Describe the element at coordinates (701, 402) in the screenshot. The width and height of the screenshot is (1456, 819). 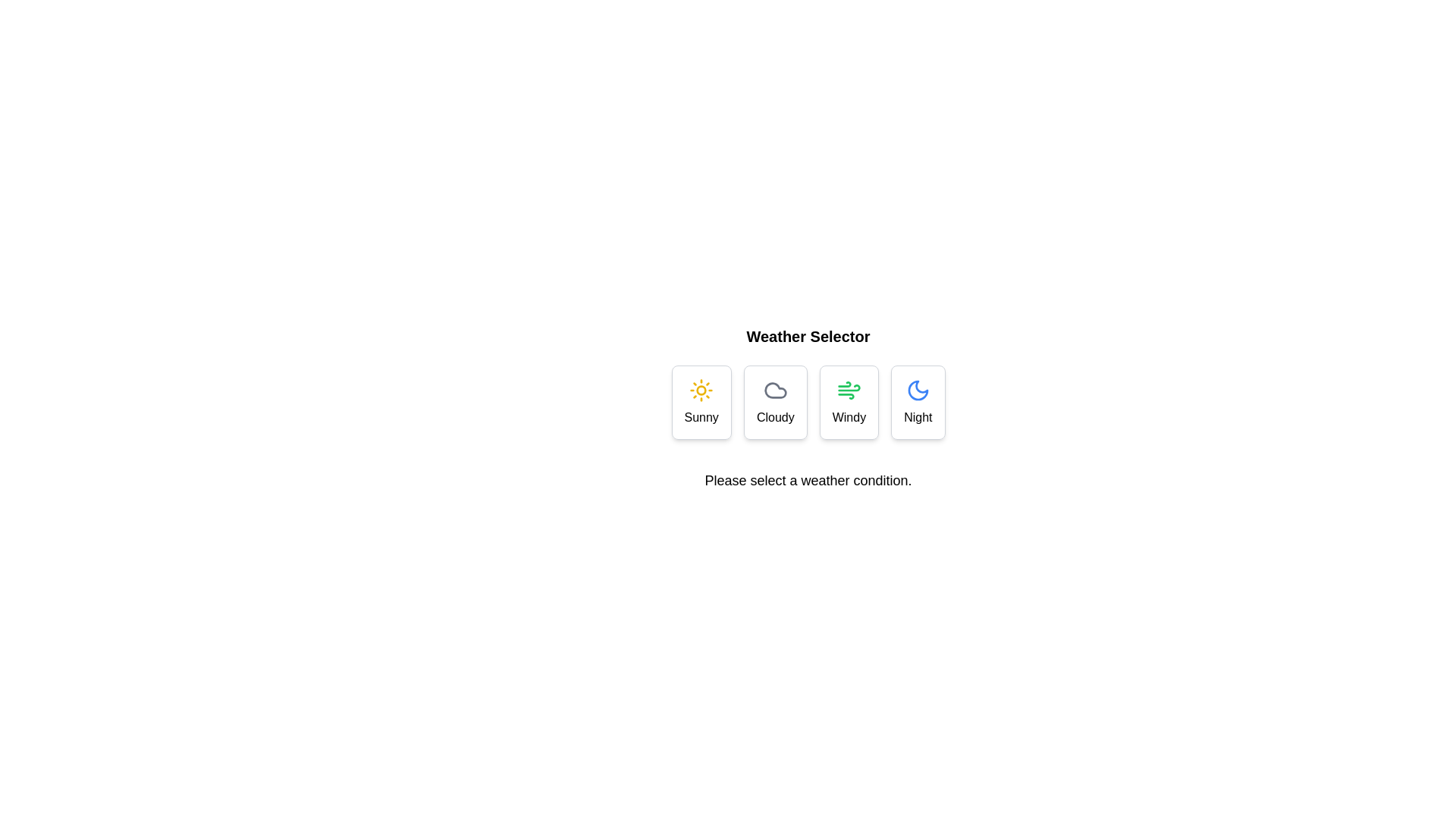
I see `the 'Sunny' weather condition selection button, which is the first card in the weather condition group located beneath the 'Weather Selector' title` at that location.